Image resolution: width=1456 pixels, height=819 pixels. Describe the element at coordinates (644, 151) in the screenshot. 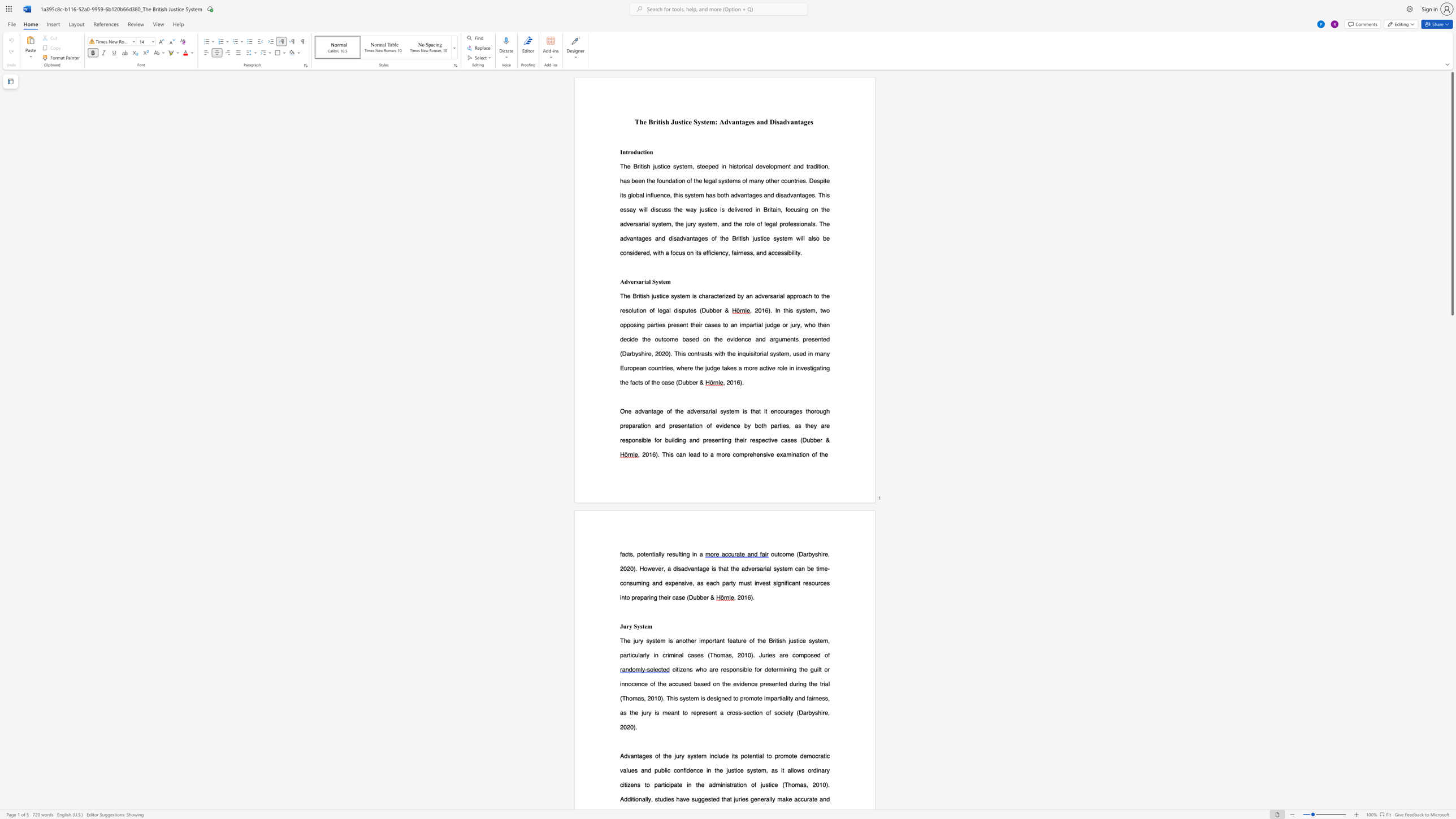

I see `the subset text "io" within the text "Introduction"` at that location.